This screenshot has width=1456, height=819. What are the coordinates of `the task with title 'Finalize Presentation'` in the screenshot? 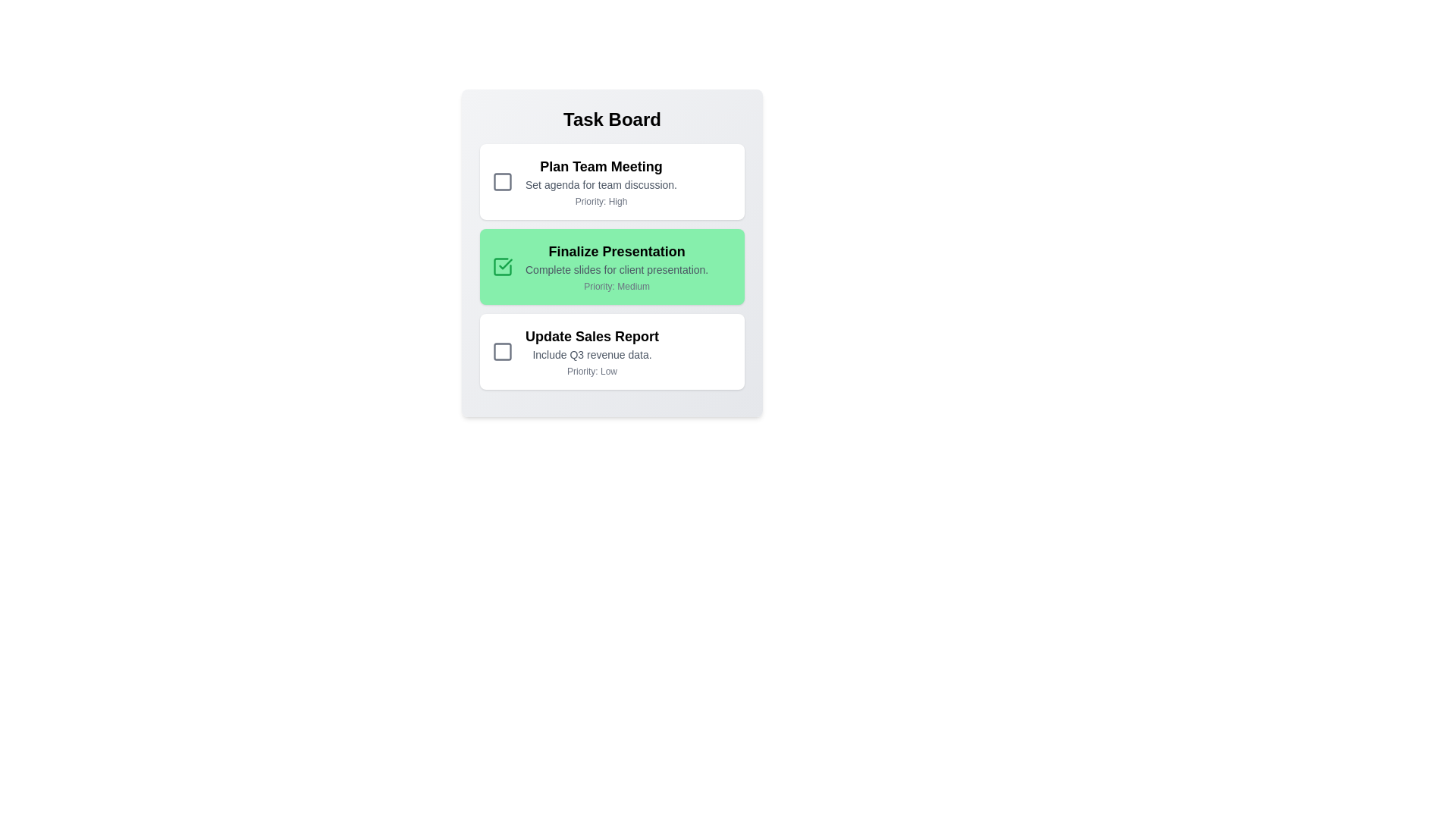 It's located at (612, 265).